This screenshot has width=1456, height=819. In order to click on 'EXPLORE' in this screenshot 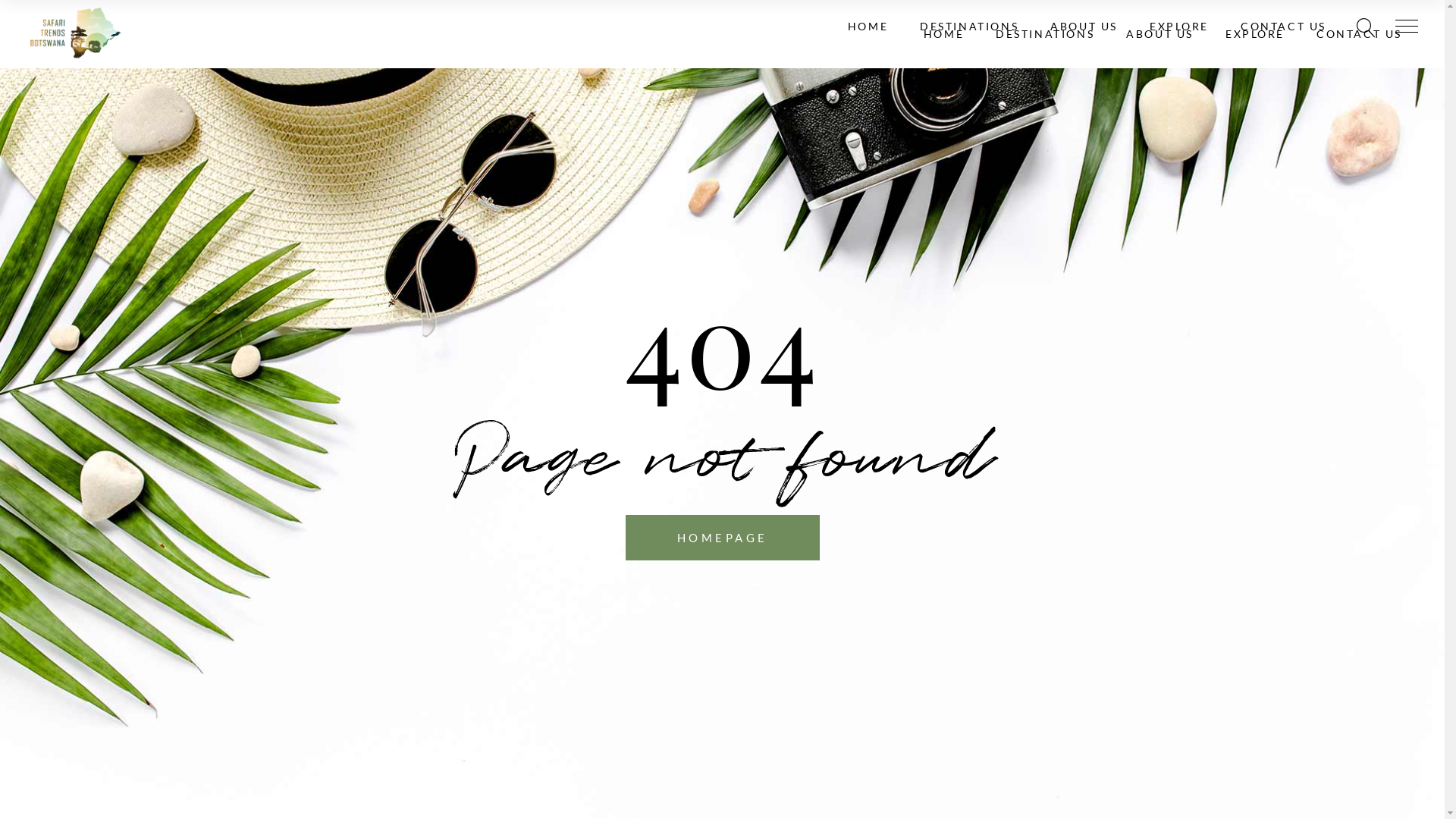, I will do `click(1178, 26)`.